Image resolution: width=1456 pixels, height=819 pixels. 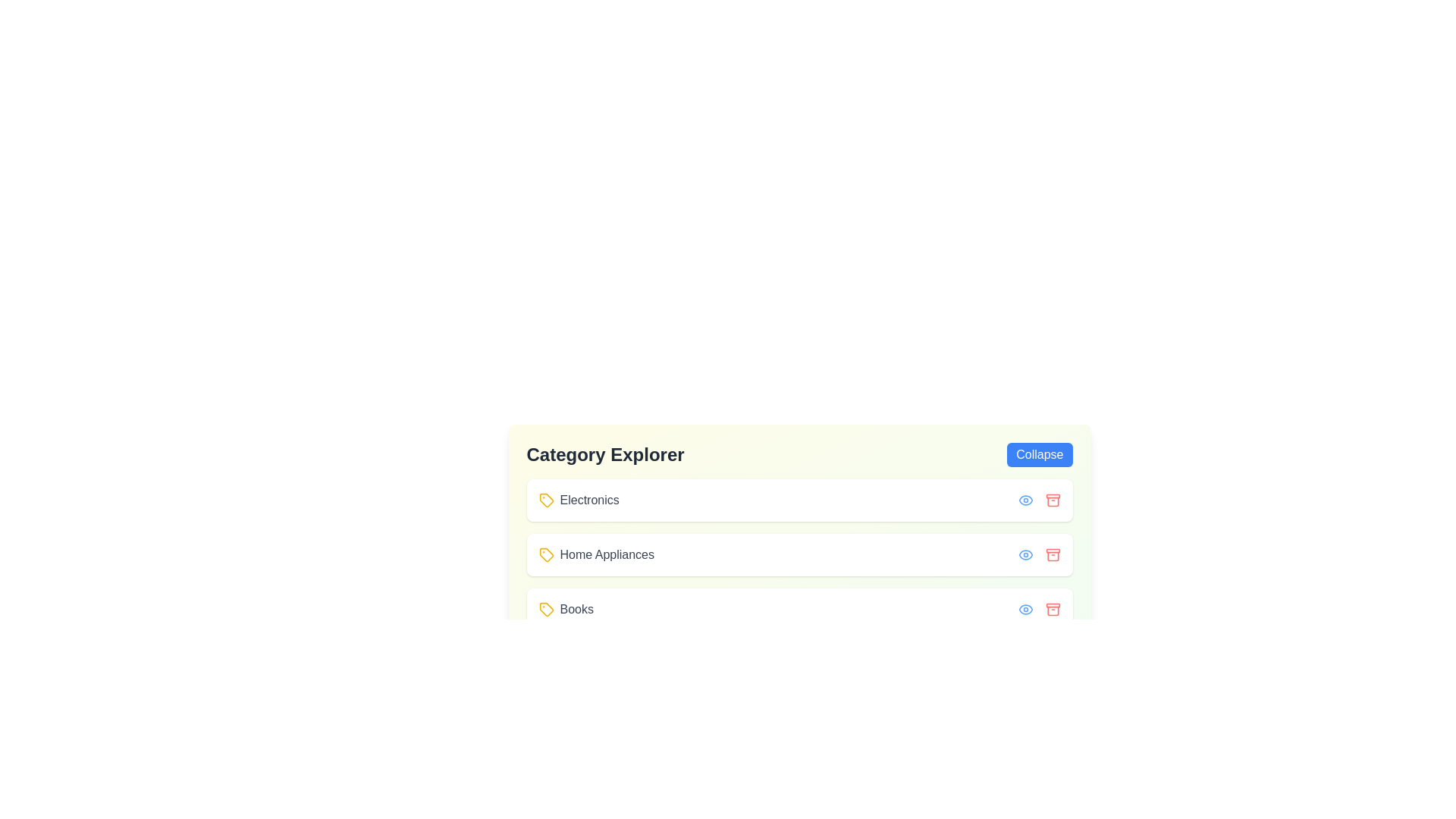 I want to click on the yellow tag icon representing the 'Electronics' category, which is the first icon in the category row, so click(x=546, y=500).